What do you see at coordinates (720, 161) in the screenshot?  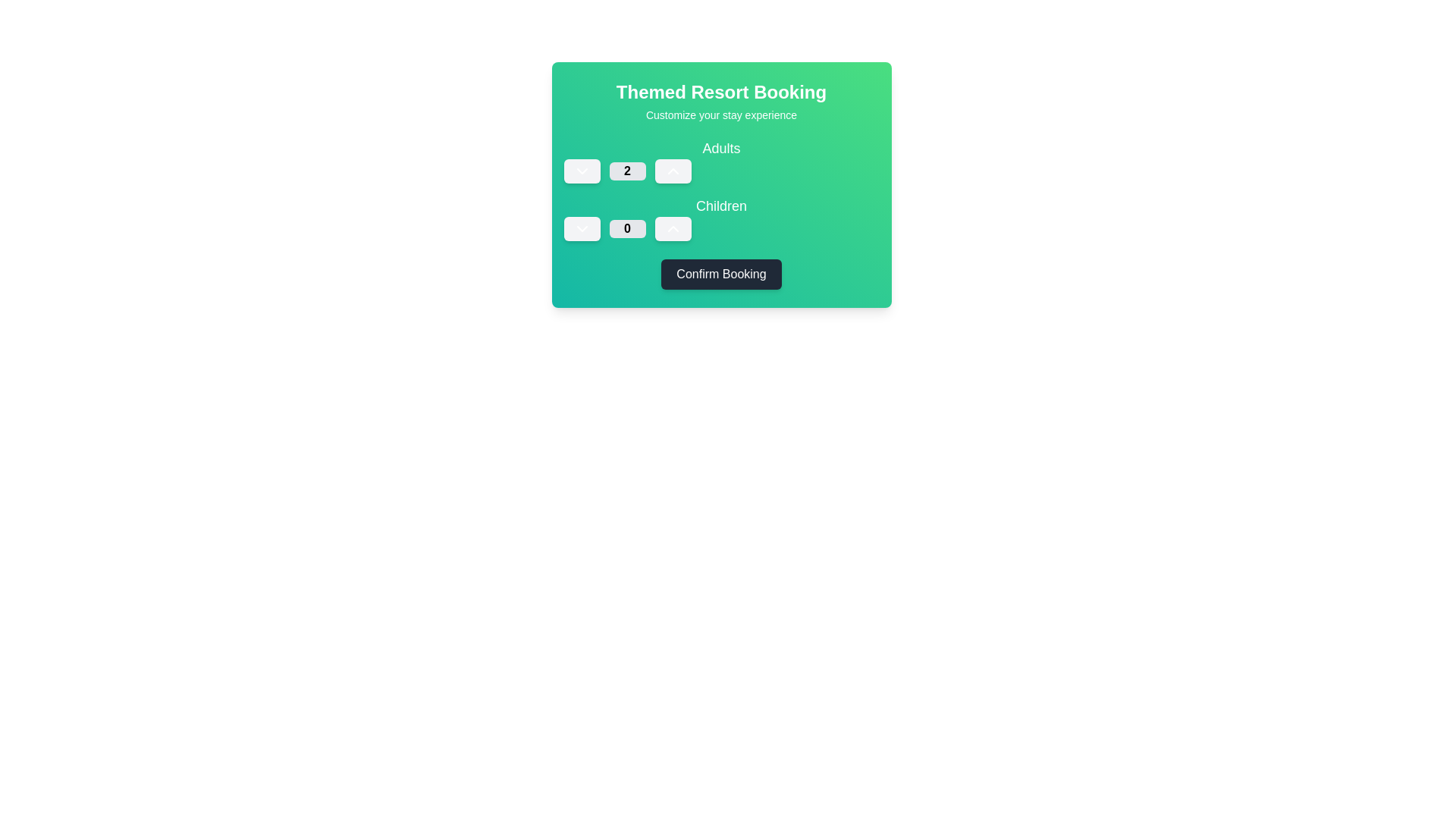 I see `the text label displaying 'Adults', which is centrally positioned above the controls for selecting the number of adults, styled with a larger font size and white color against a green background` at bounding box center [720, 161].